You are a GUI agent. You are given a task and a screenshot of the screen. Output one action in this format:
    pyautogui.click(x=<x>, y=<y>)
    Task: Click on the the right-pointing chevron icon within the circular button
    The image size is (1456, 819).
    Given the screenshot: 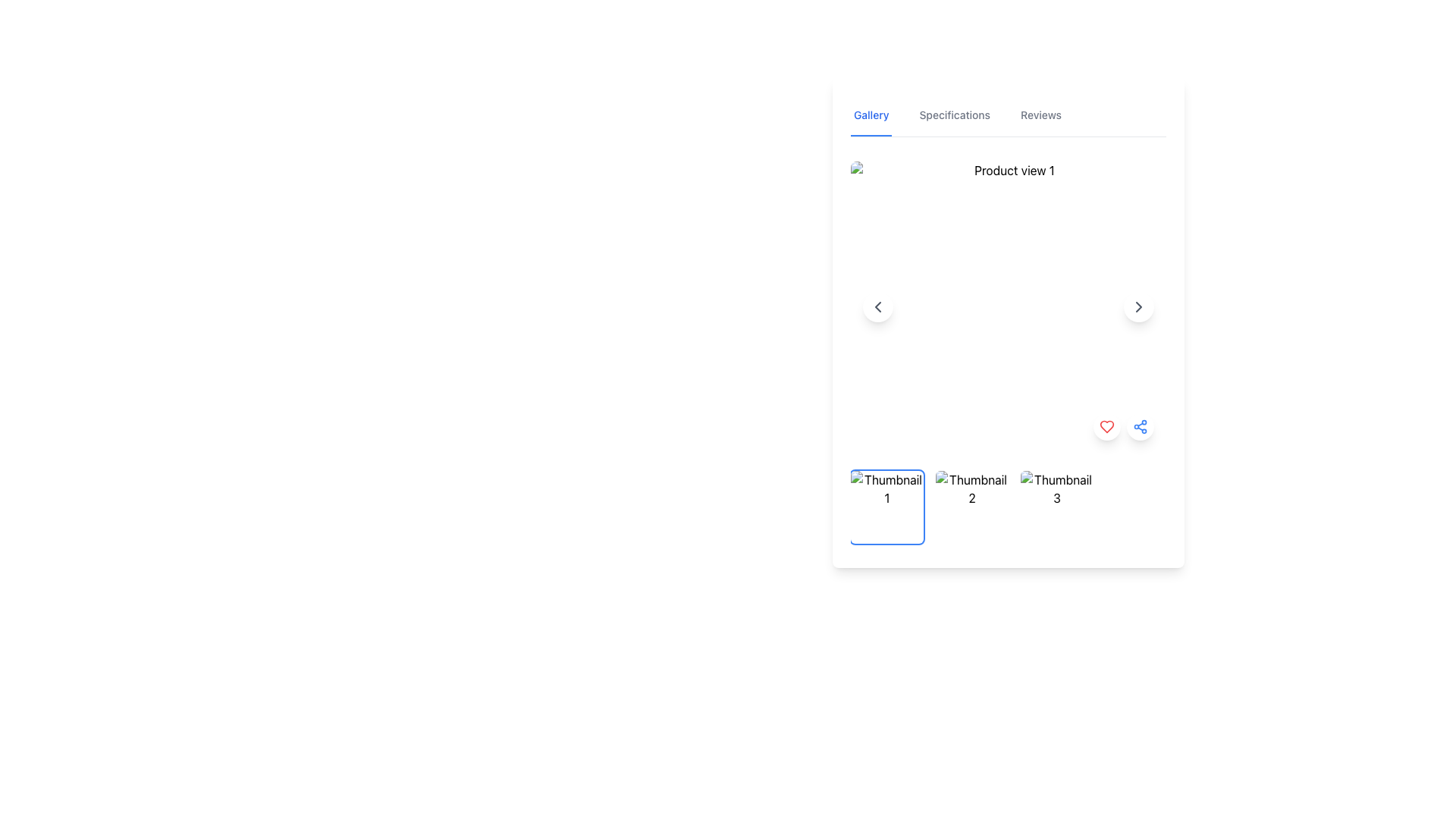 What is the action you would take?
    pyautogui.click(x=1139, y=307)
    